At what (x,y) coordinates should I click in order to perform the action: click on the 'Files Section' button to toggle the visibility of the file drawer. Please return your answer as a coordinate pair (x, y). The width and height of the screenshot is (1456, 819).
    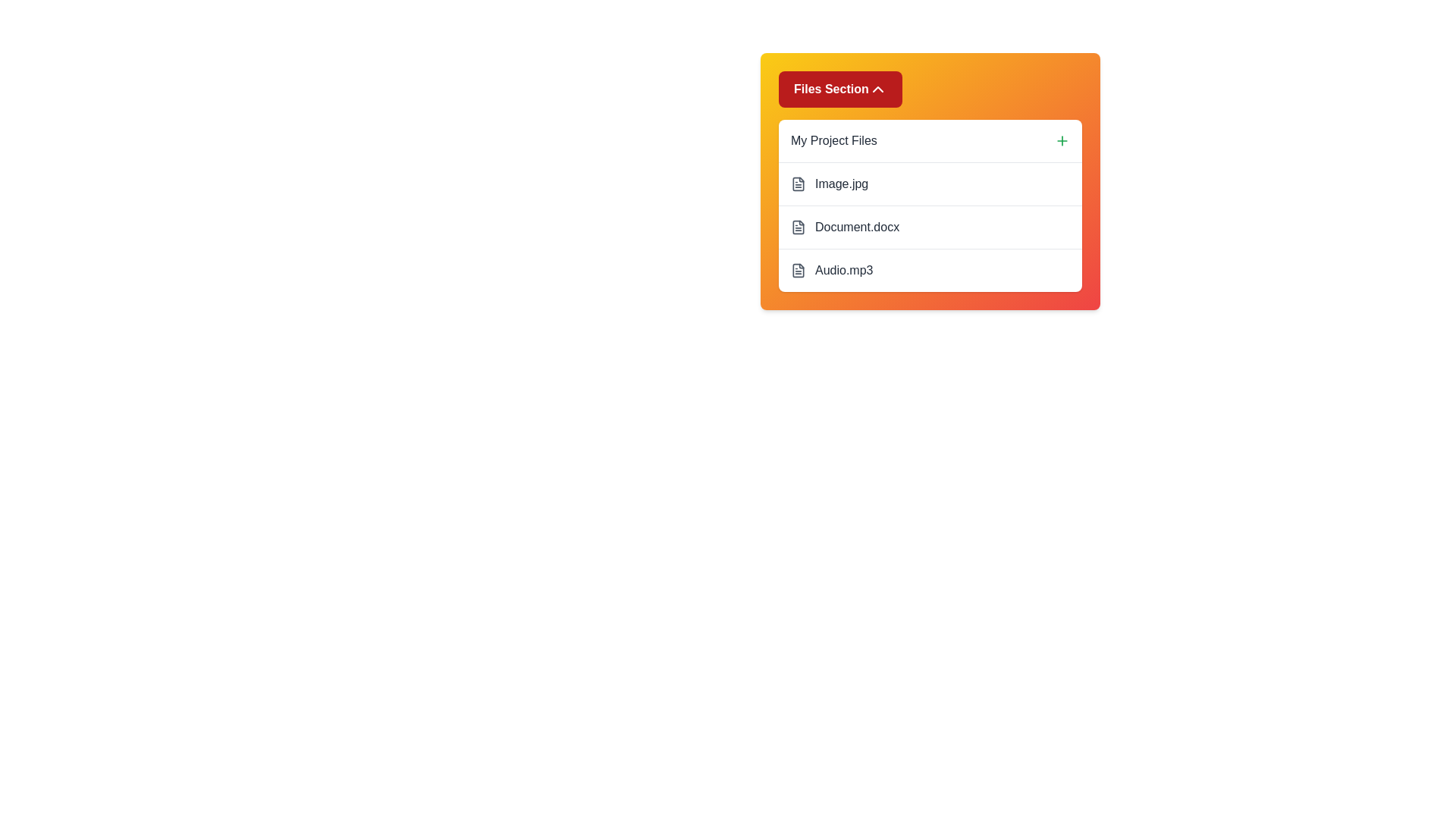
    Looking at the image, I should click on (839, 89).